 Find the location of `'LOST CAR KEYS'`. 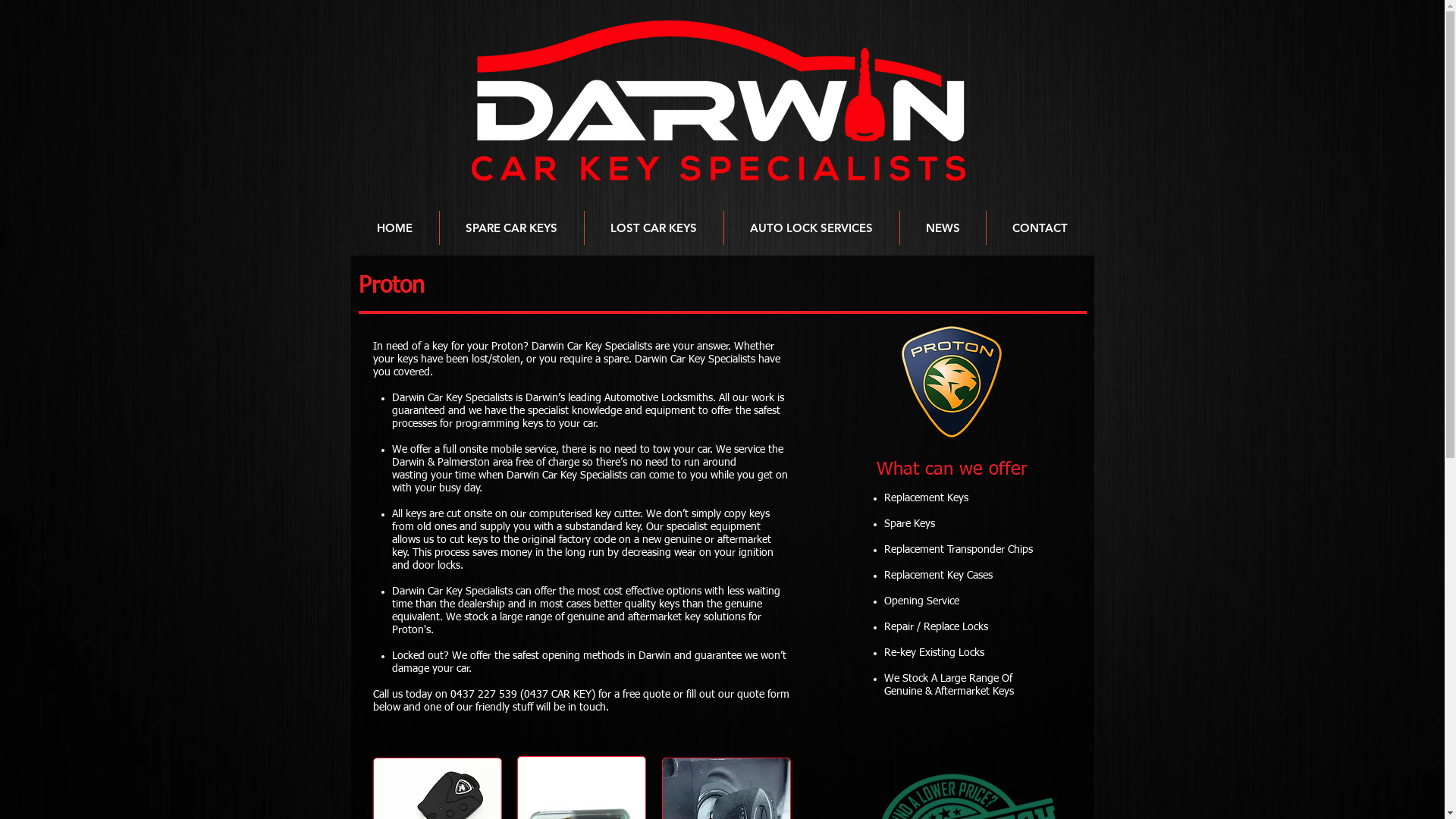

'LOST CAR KEYS' is located at coordinates (653, 227).